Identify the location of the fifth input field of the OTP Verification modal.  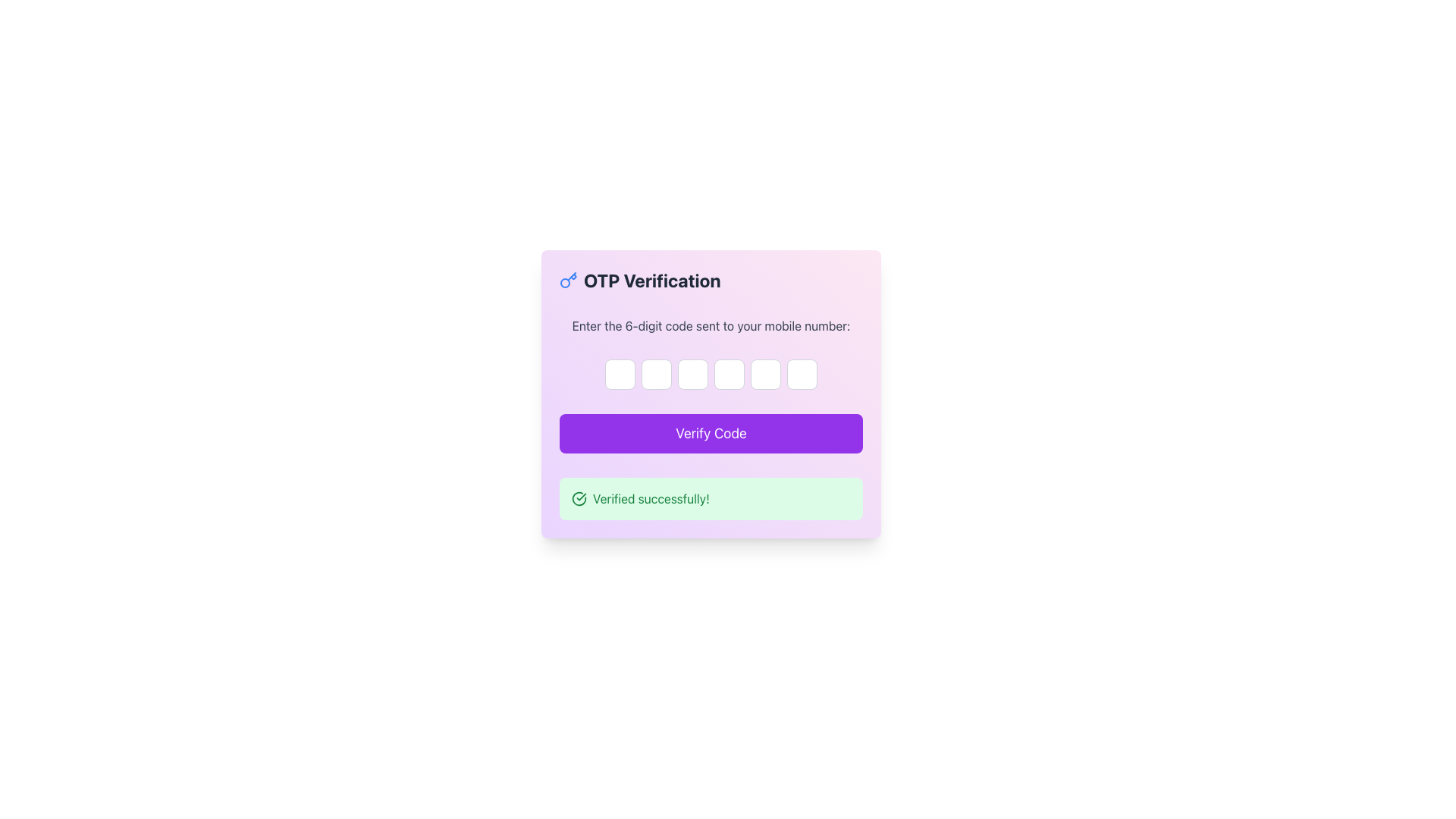
(765, 374).